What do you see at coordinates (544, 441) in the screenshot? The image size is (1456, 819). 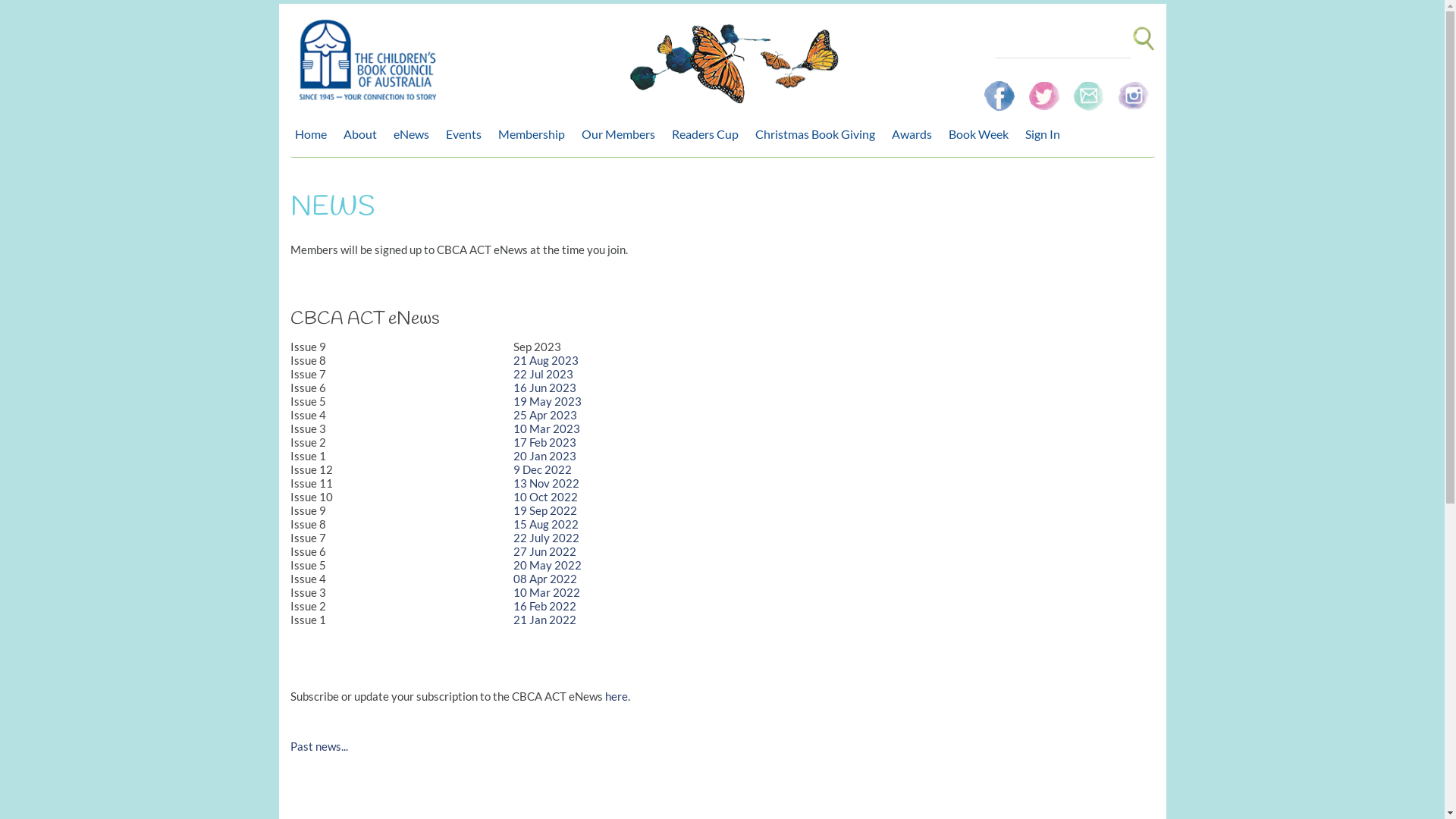 I see `'17 Feb 2023'` at bounding box center [544, 441].